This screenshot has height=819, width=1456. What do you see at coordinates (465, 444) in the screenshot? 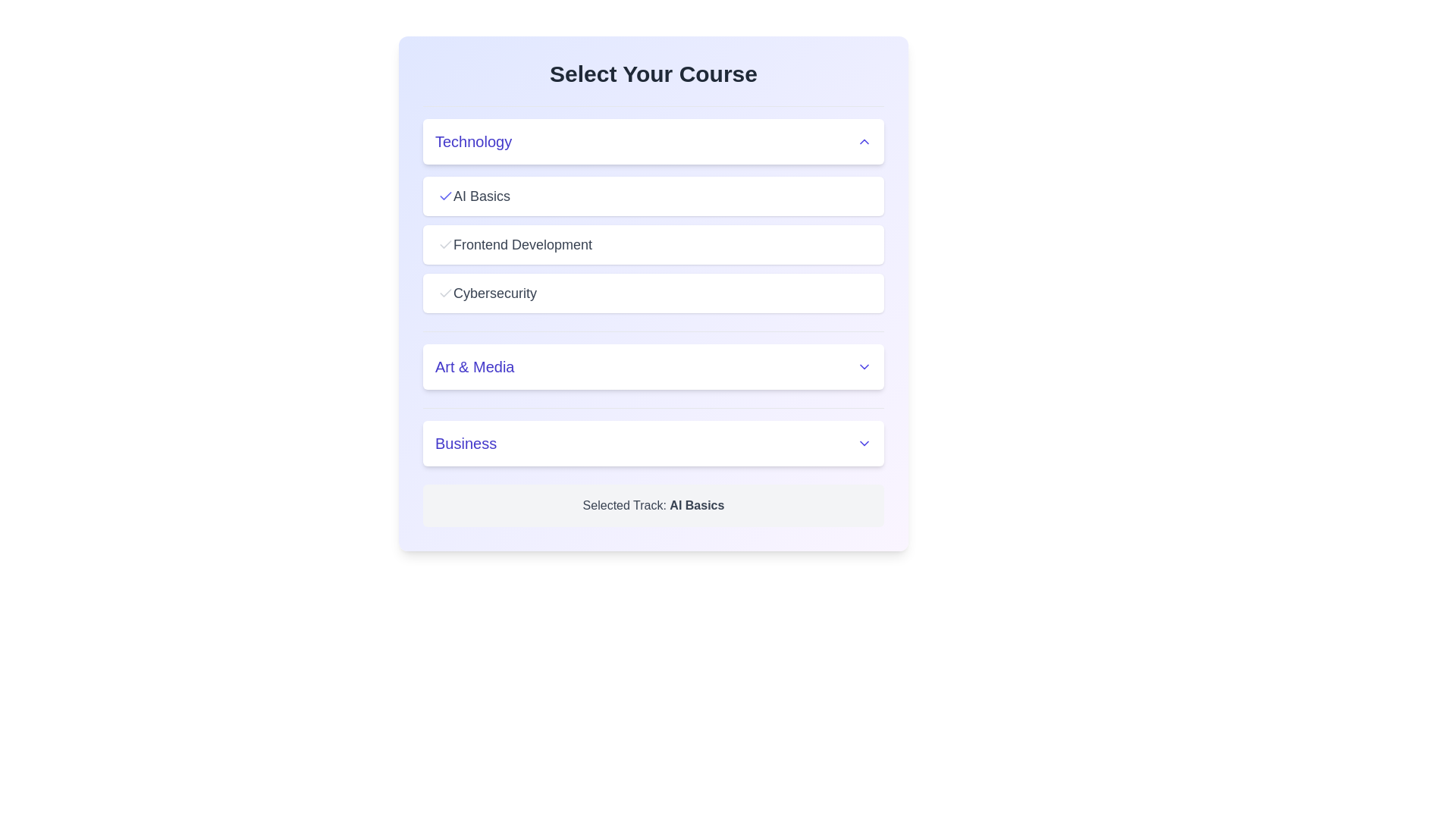
I see `text displayed in the 'Business' label, which is bold, indigo-colored, and located near the bottom section of the form, to the left of a dropdown icon` at bounding box center [465, 444].